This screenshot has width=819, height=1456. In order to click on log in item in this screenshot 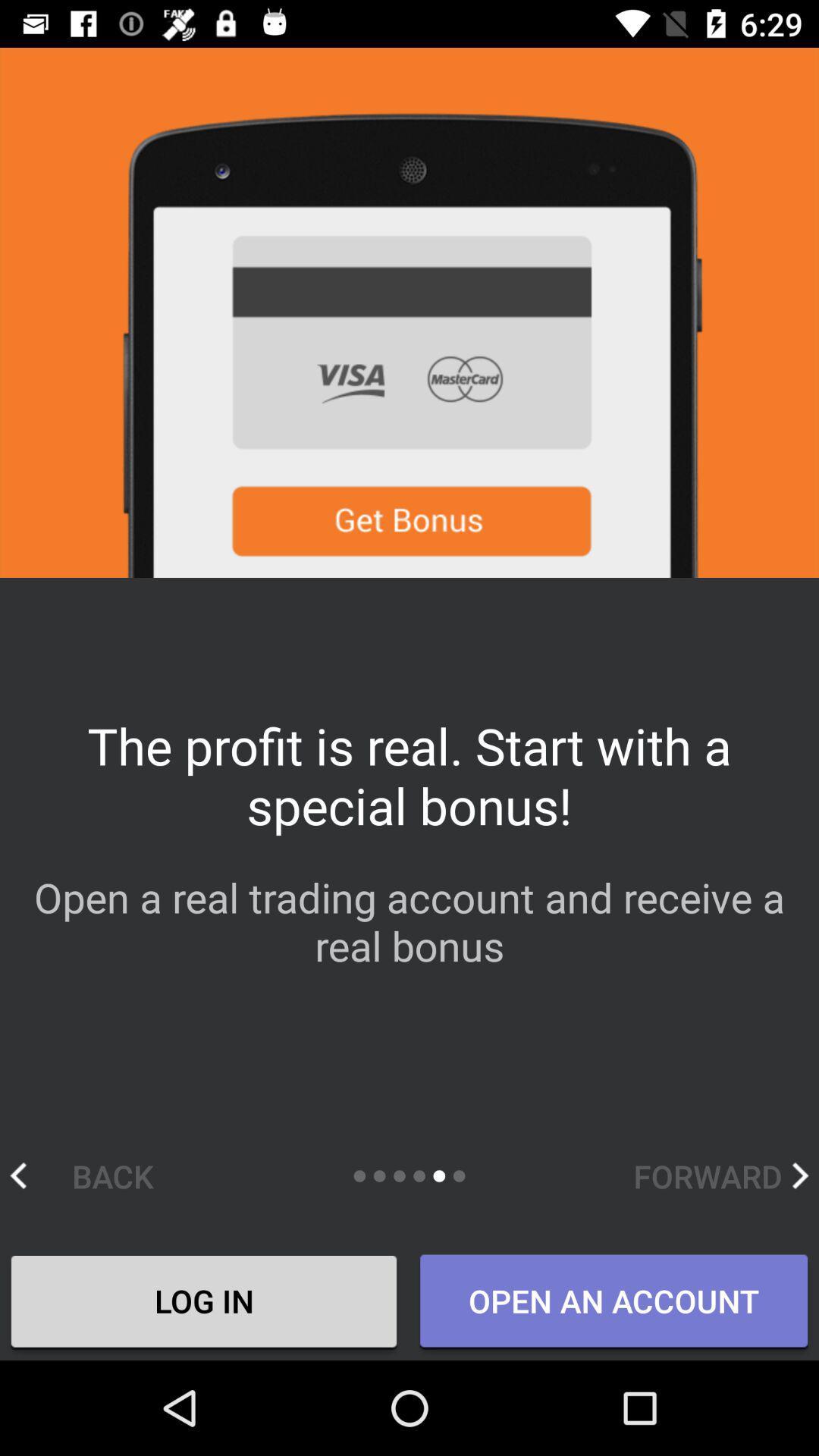, I will do `click(203, 1302)`.